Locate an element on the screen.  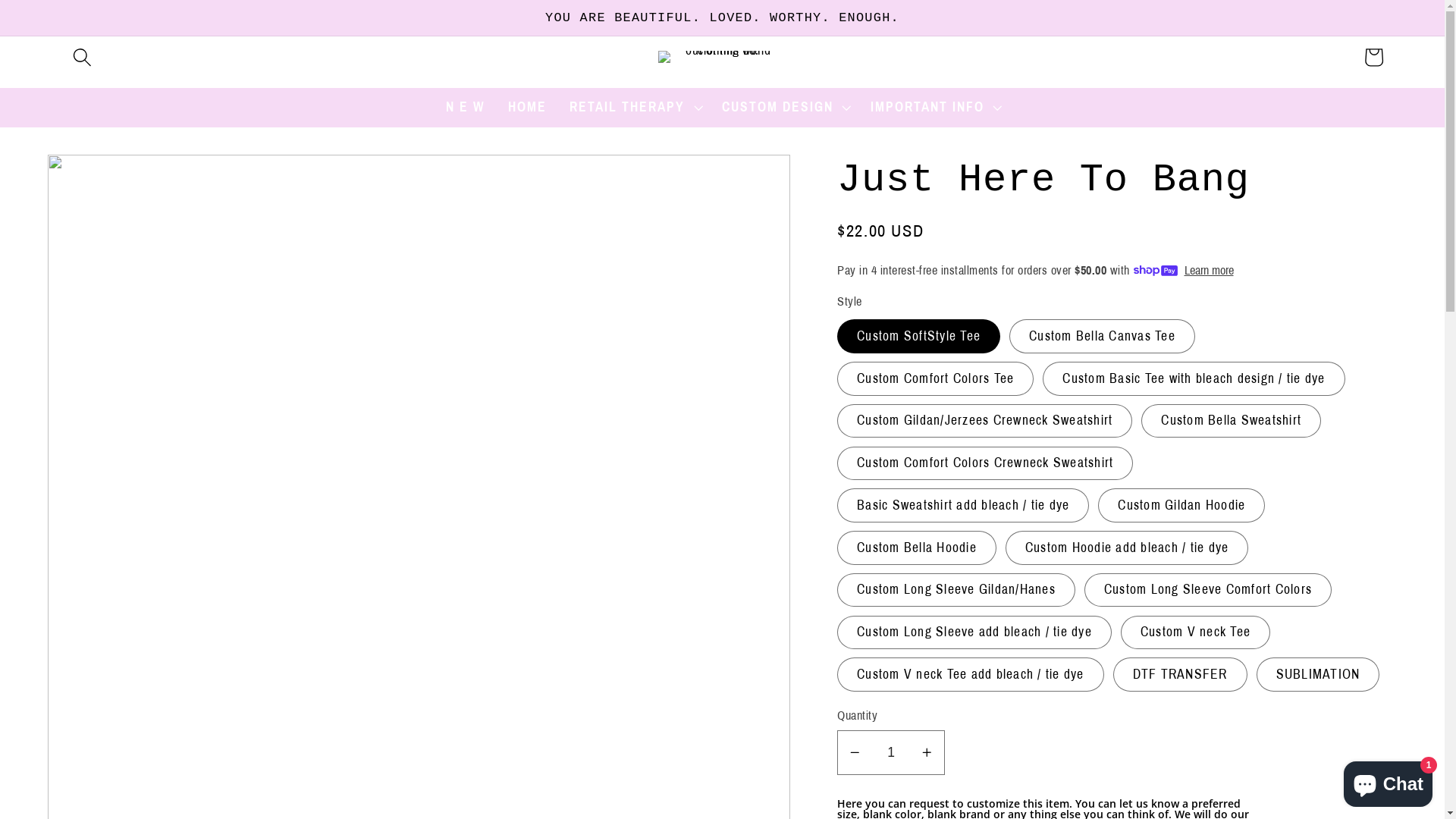
'Increase quantity for Just Here To Bang' is located at coordinates (926, 752).